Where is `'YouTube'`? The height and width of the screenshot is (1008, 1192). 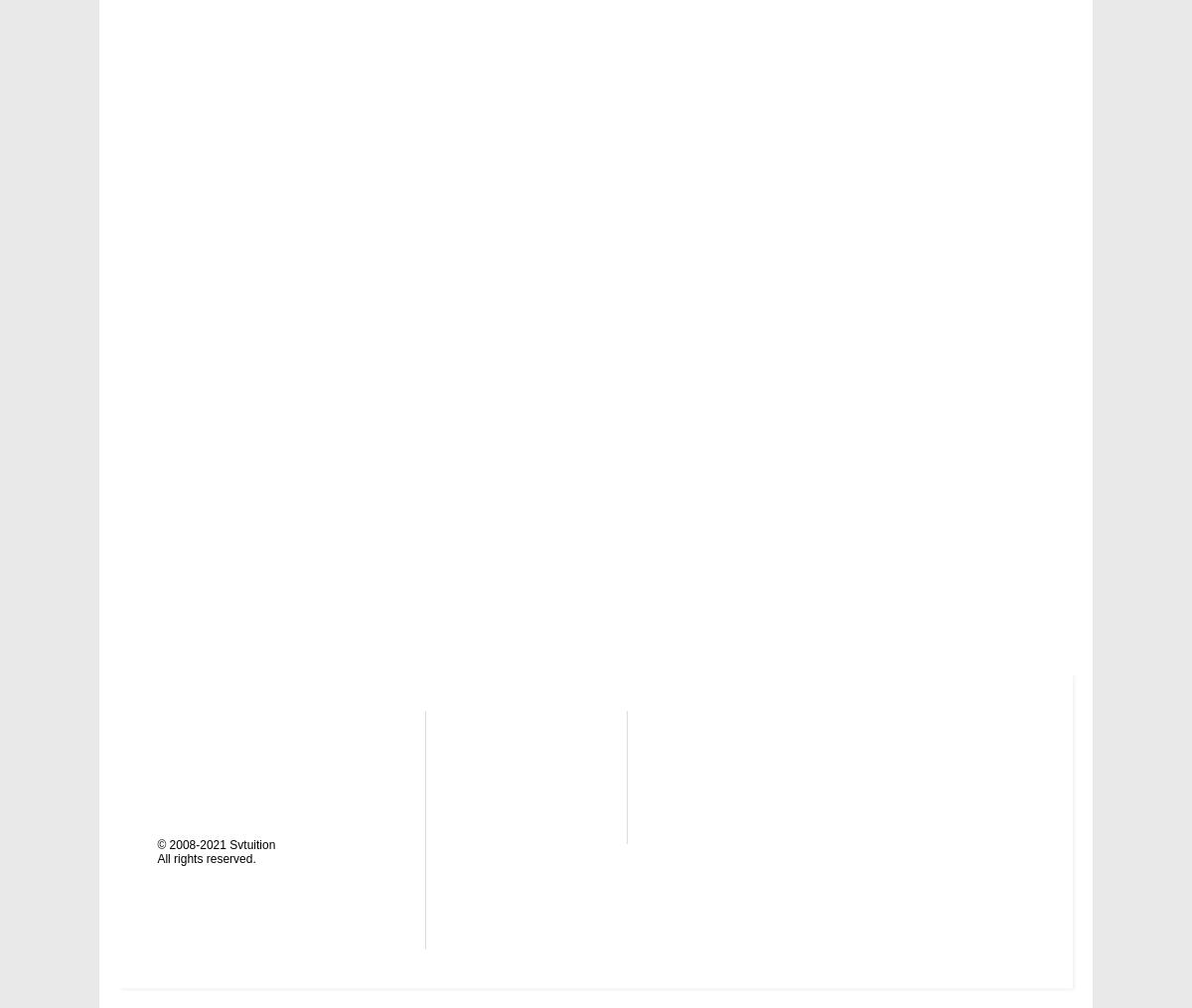
'YouTube' is located at coordinates (685, 824).